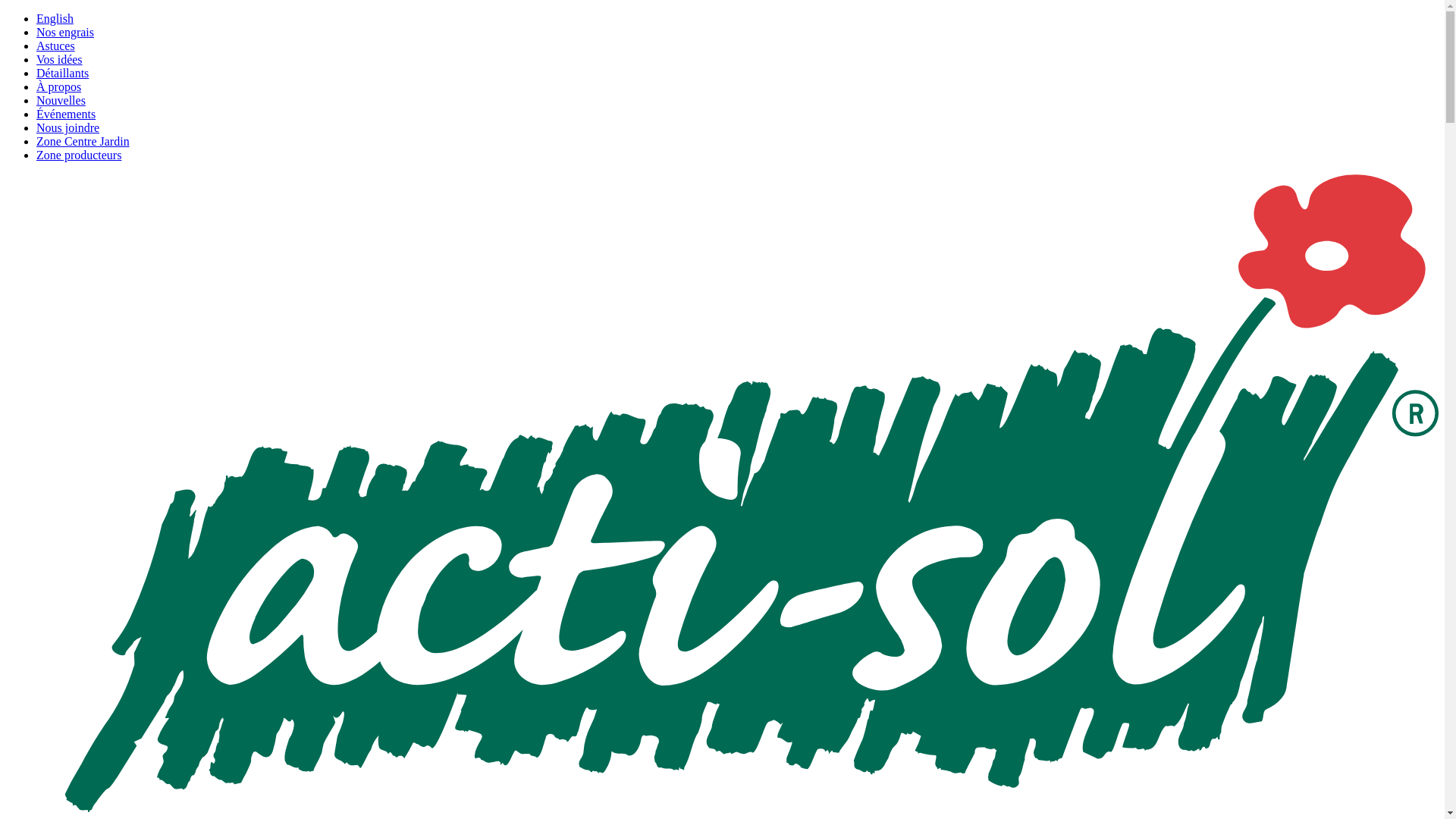 The height and width of the screenshot is (819, 1456). What do you see at coordinates (67, 127) in the screenshot?
I see `'Nous joindre'` at bounding box center [67, 127].